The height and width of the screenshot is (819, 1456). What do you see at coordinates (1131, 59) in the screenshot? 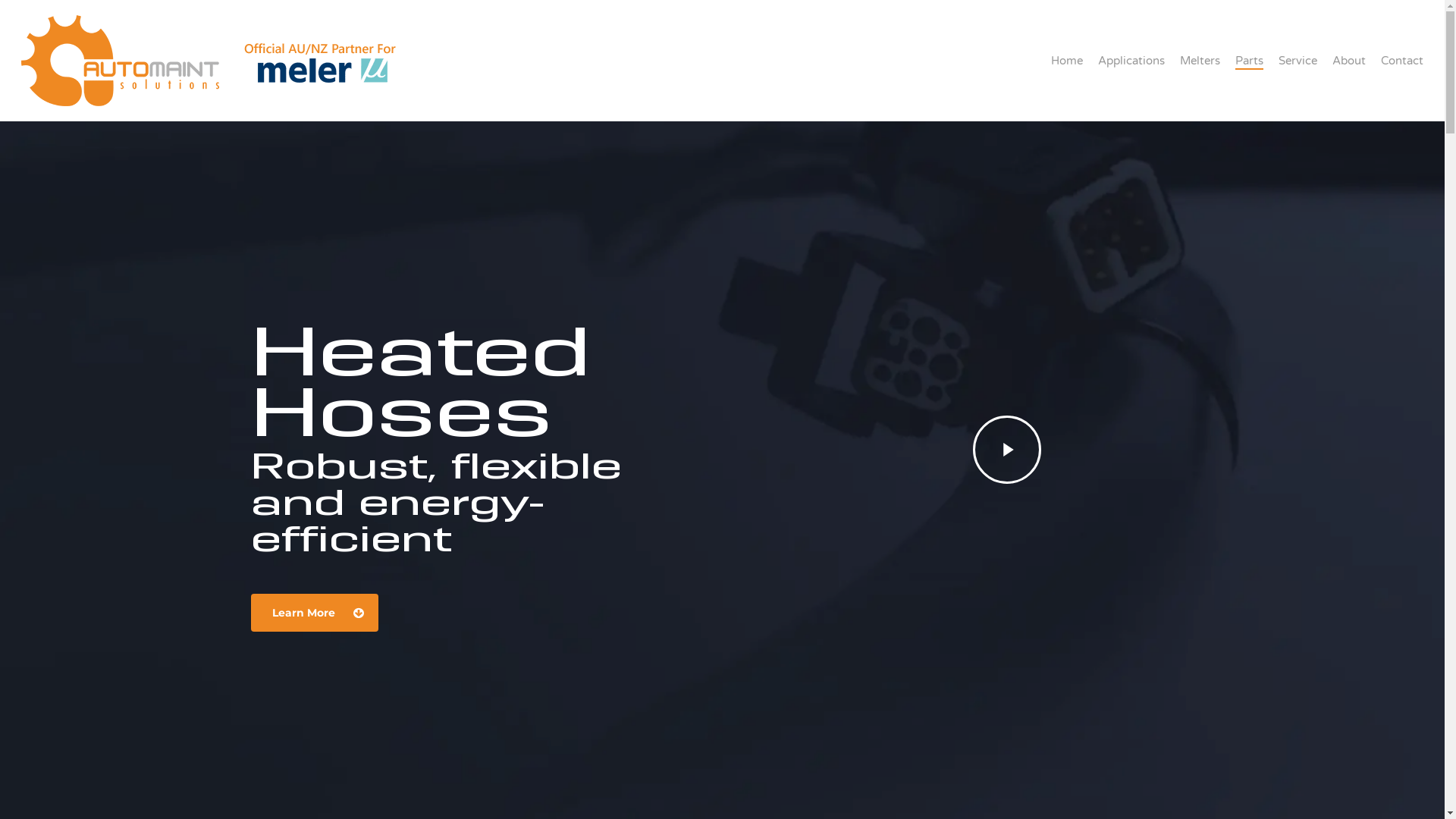
I see `'Applications'` at bounding box center [1131, 59].